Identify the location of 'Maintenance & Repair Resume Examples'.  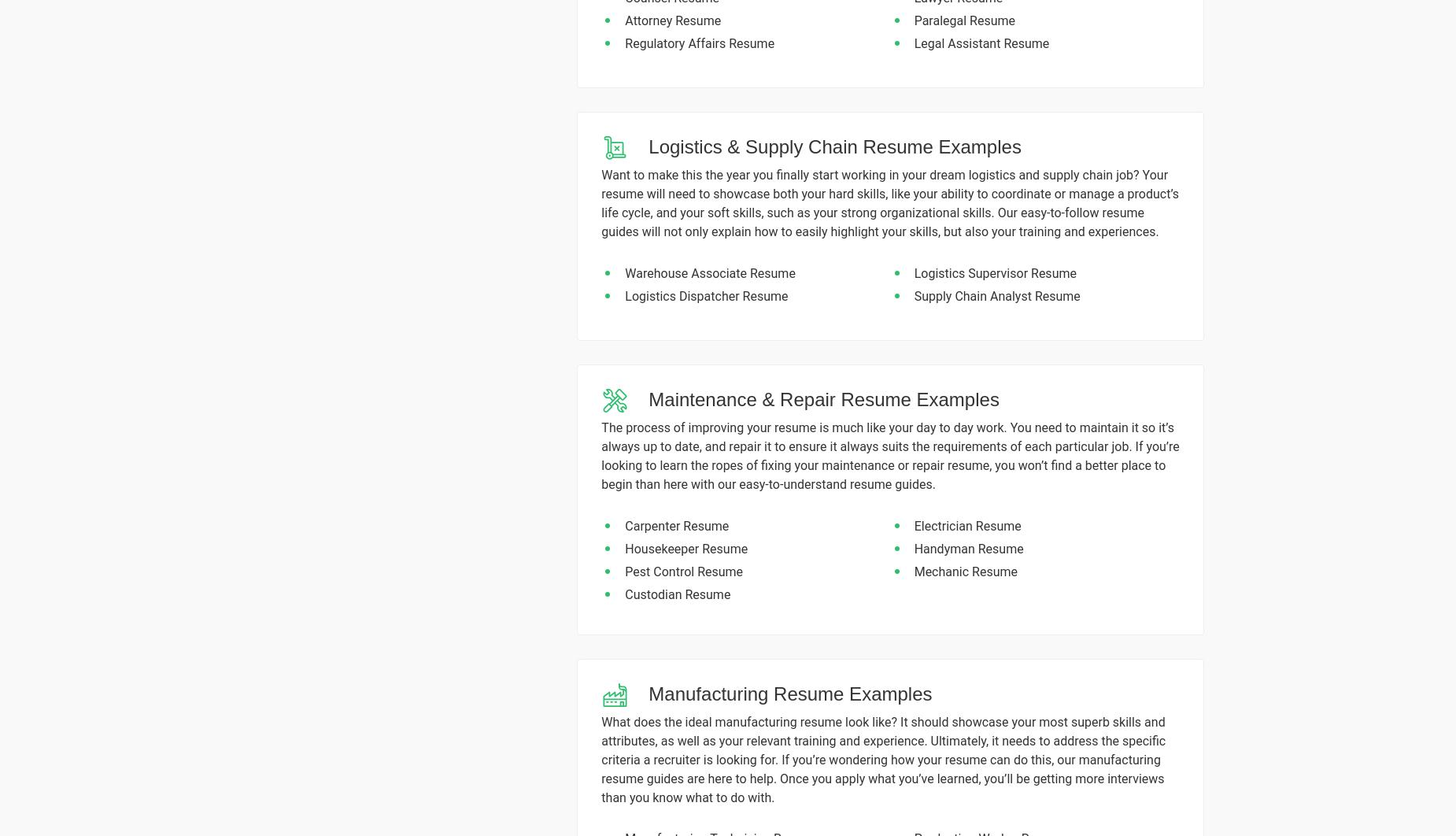
(822, 398).